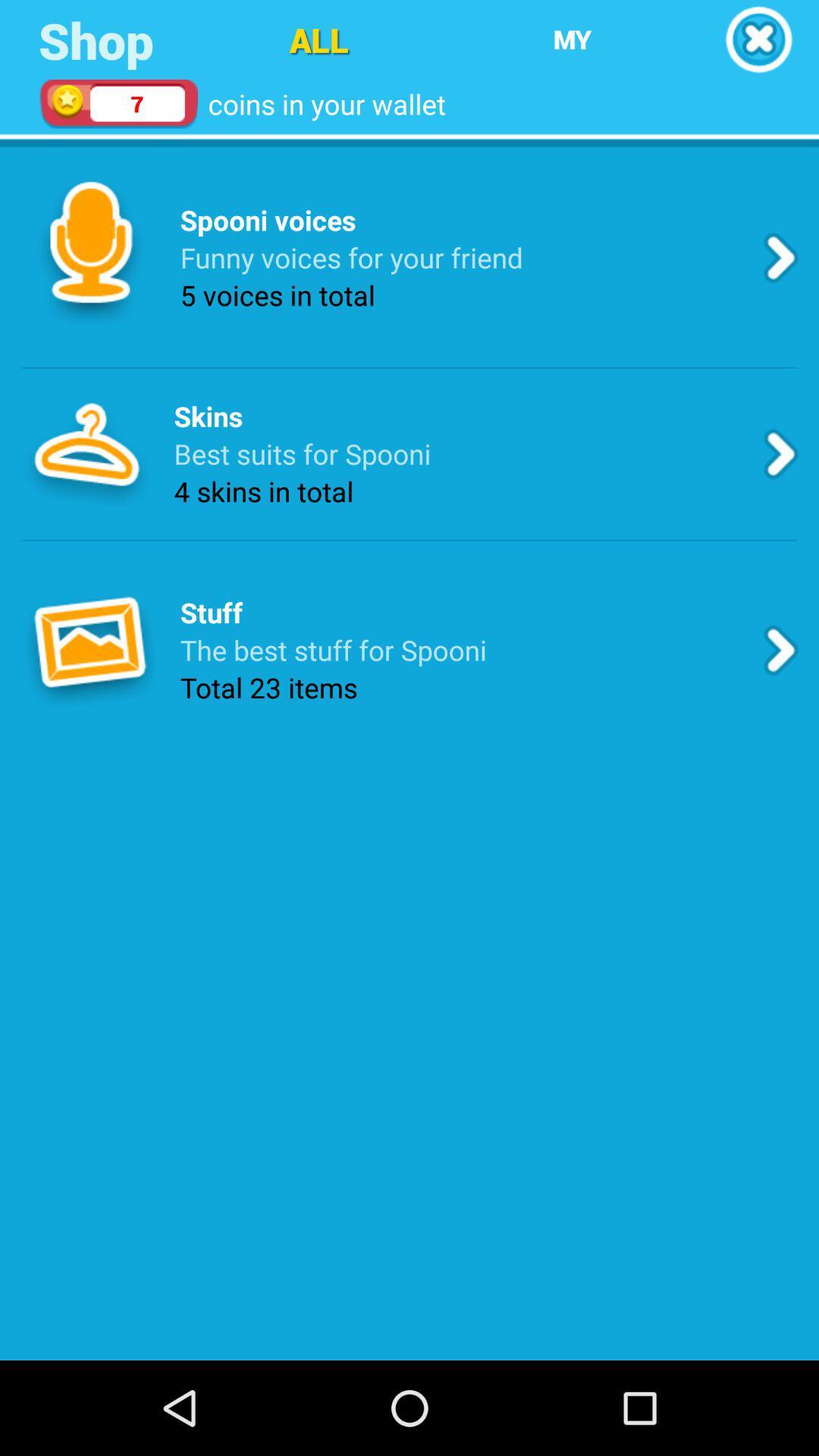 The image size is (819, 1456). What do you see at coordinates (758, 42) in the screenshot?
I see `the close icon` at bounding box center [758, 42].